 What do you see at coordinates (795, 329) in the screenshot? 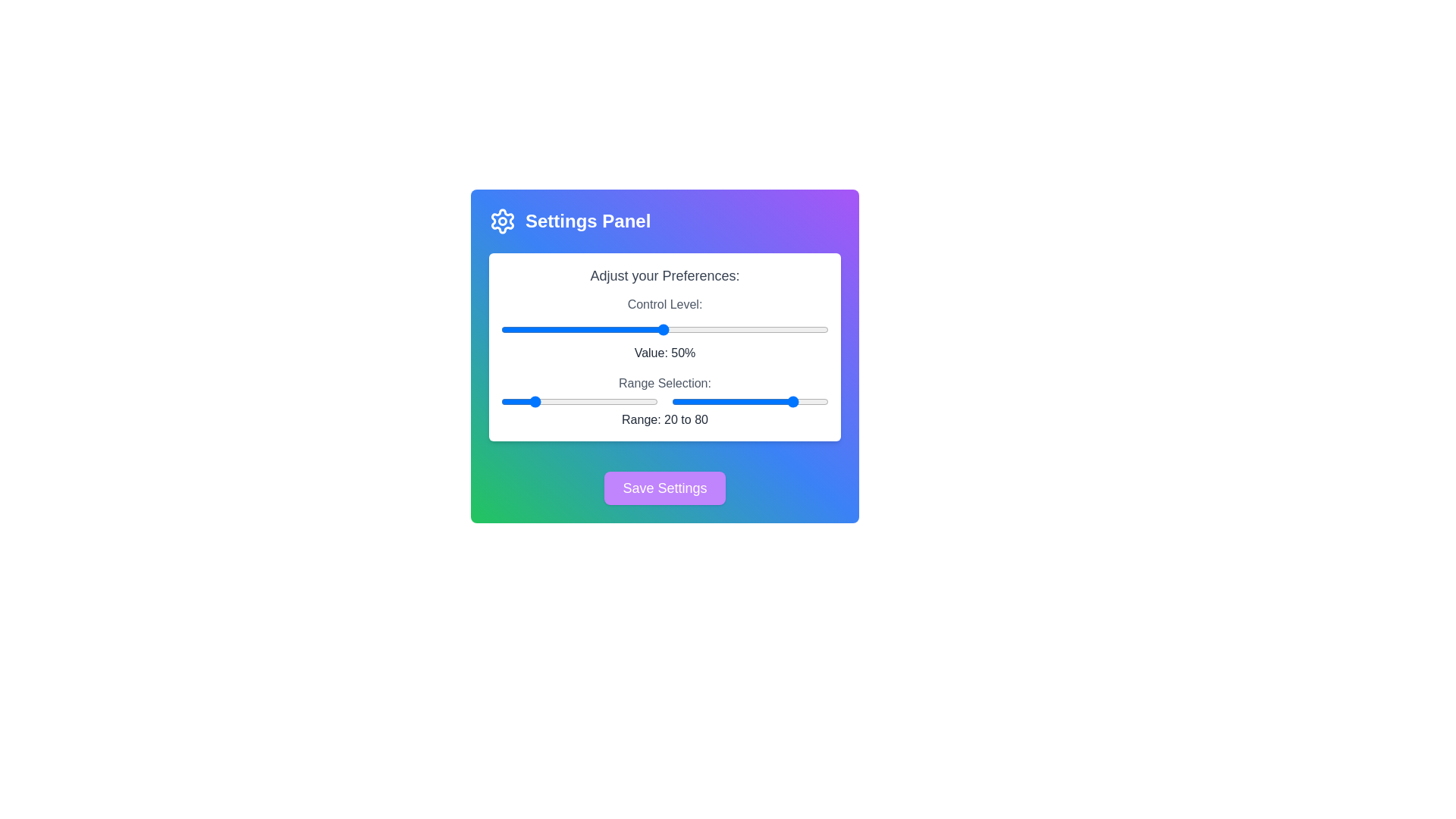
I see `the control level` at bounding box center [795, 329].